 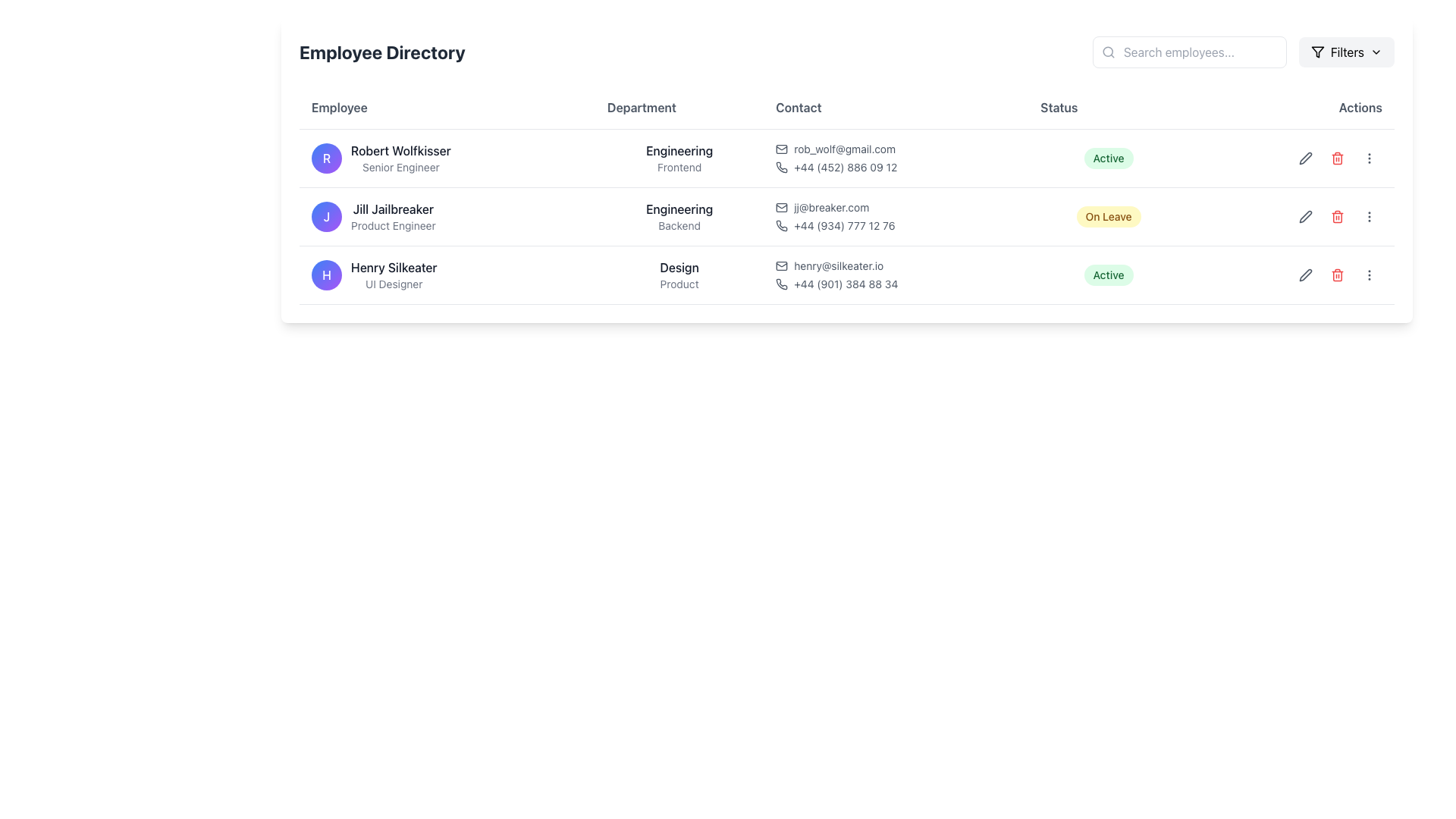 What do you see at coordinates (896, 158) in the screenshot?
I see `the phone number '+44 (452) 886 09 12' in the 'Contact' column of the first row in the 'Employee Directory' table to initiate a call` at bounding box center [896, 158].